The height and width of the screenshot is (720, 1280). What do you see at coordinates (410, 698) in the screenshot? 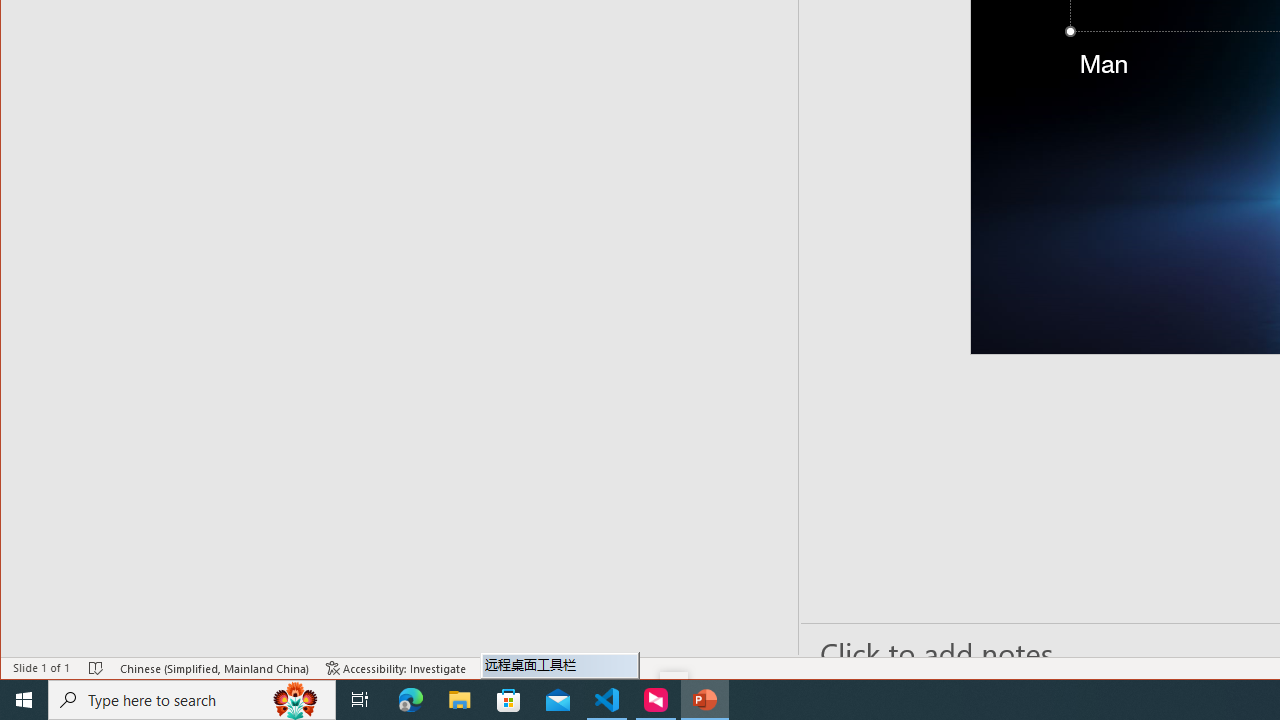
I see `'Microsoft Edge'` at bounding box center [410, 698].